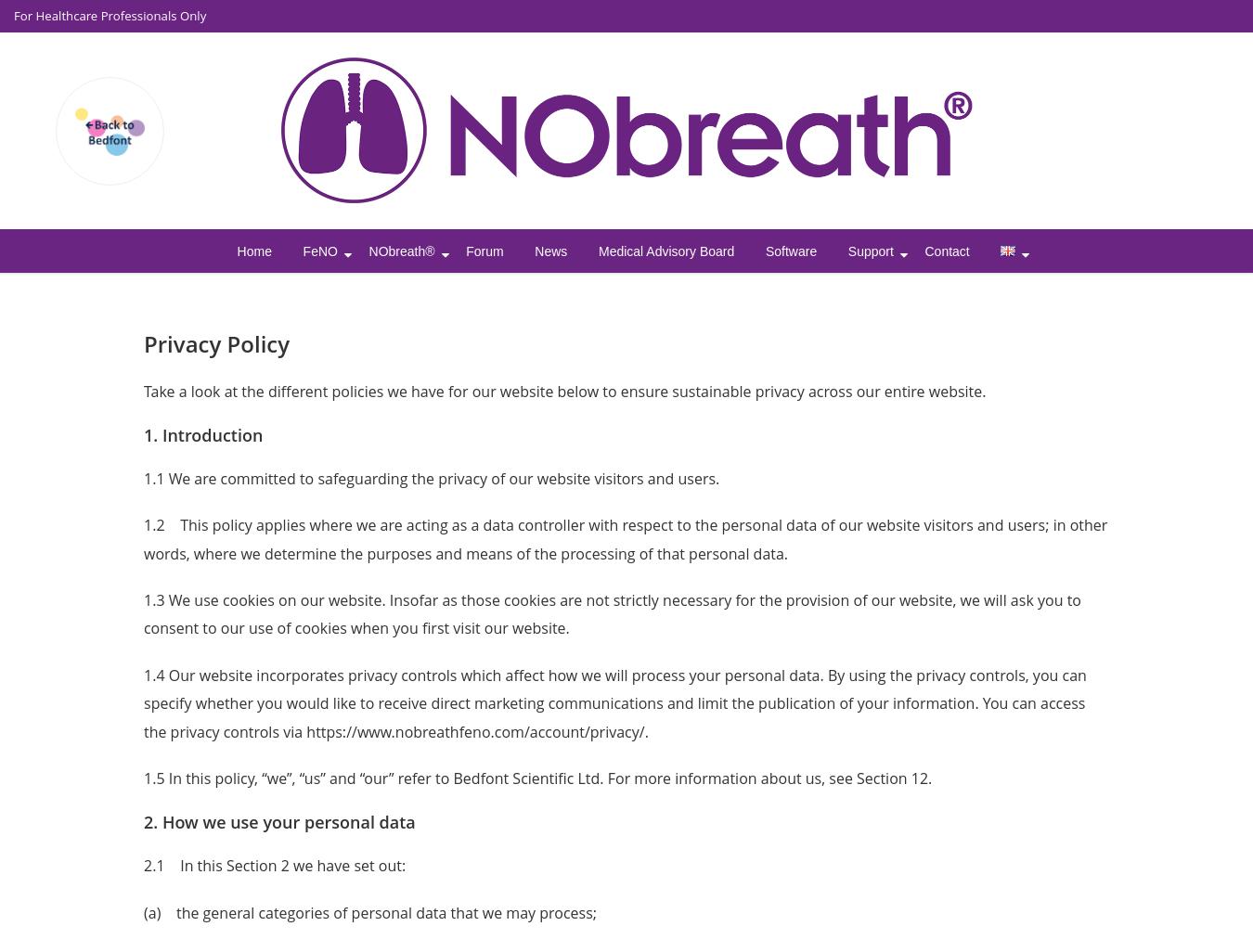 The width and height of the screenshot is (1253, 952). What do you see at coordinates (110, 16) in the screenshot?
I see `'For Healthcare Professionals Only'` at bounding box center [110, 16].